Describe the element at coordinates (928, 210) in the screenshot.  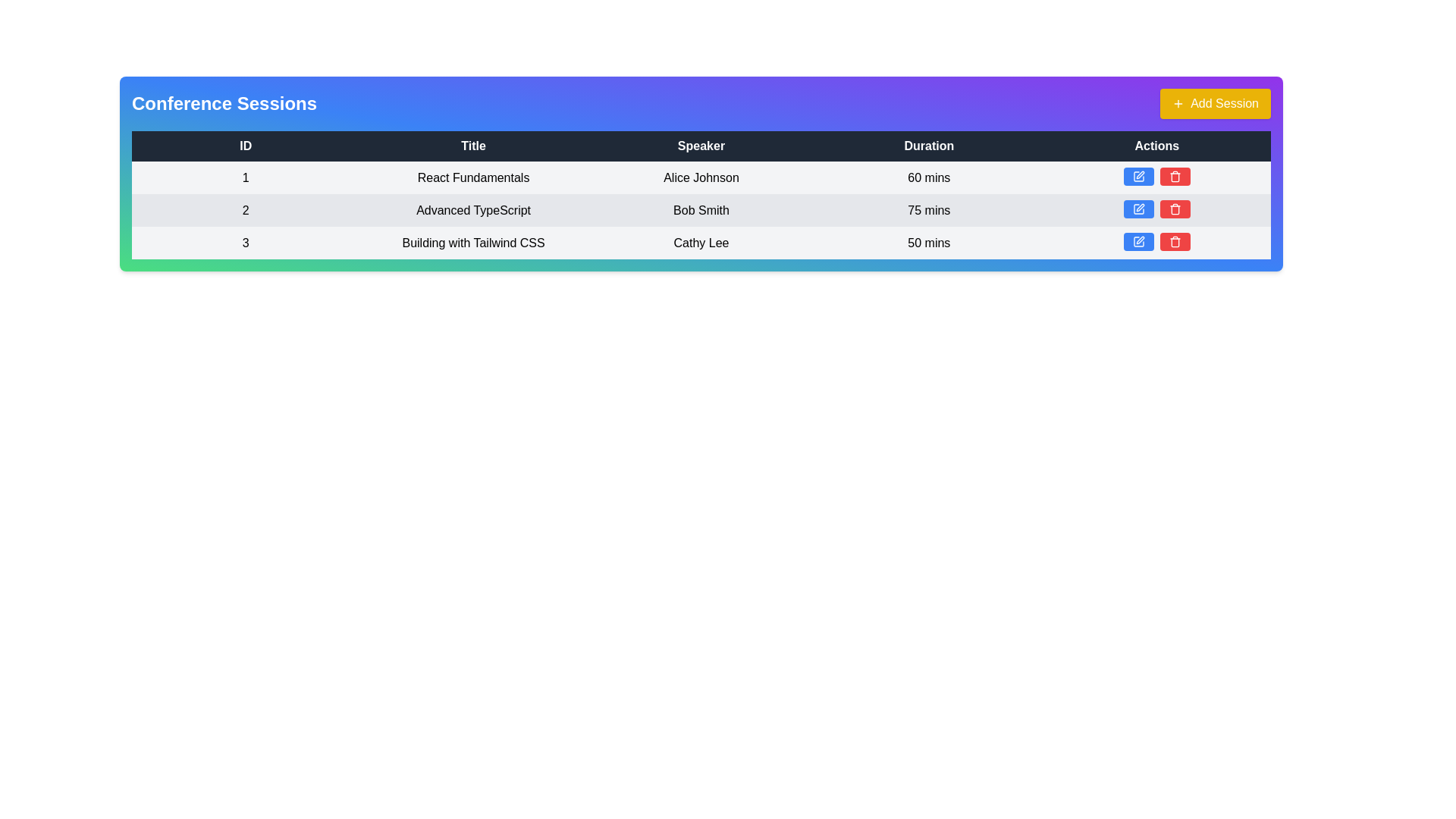
I see `the text label displaying '75 mins' located in the 'Duration' column of the table for the 'Advanced TypeScript' session` at that location.